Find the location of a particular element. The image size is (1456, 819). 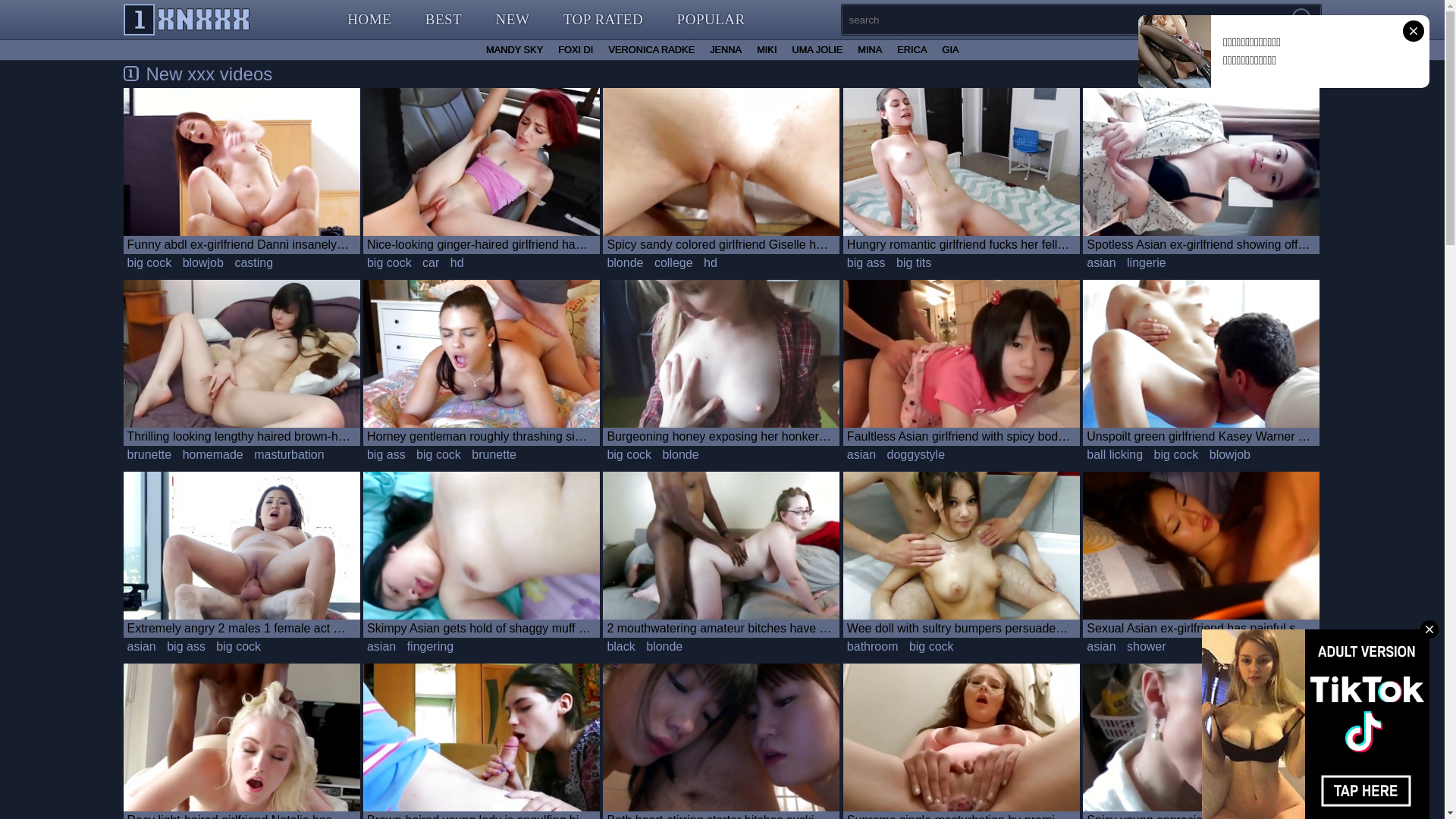

'fingering' is located at coordinates (429, 646).